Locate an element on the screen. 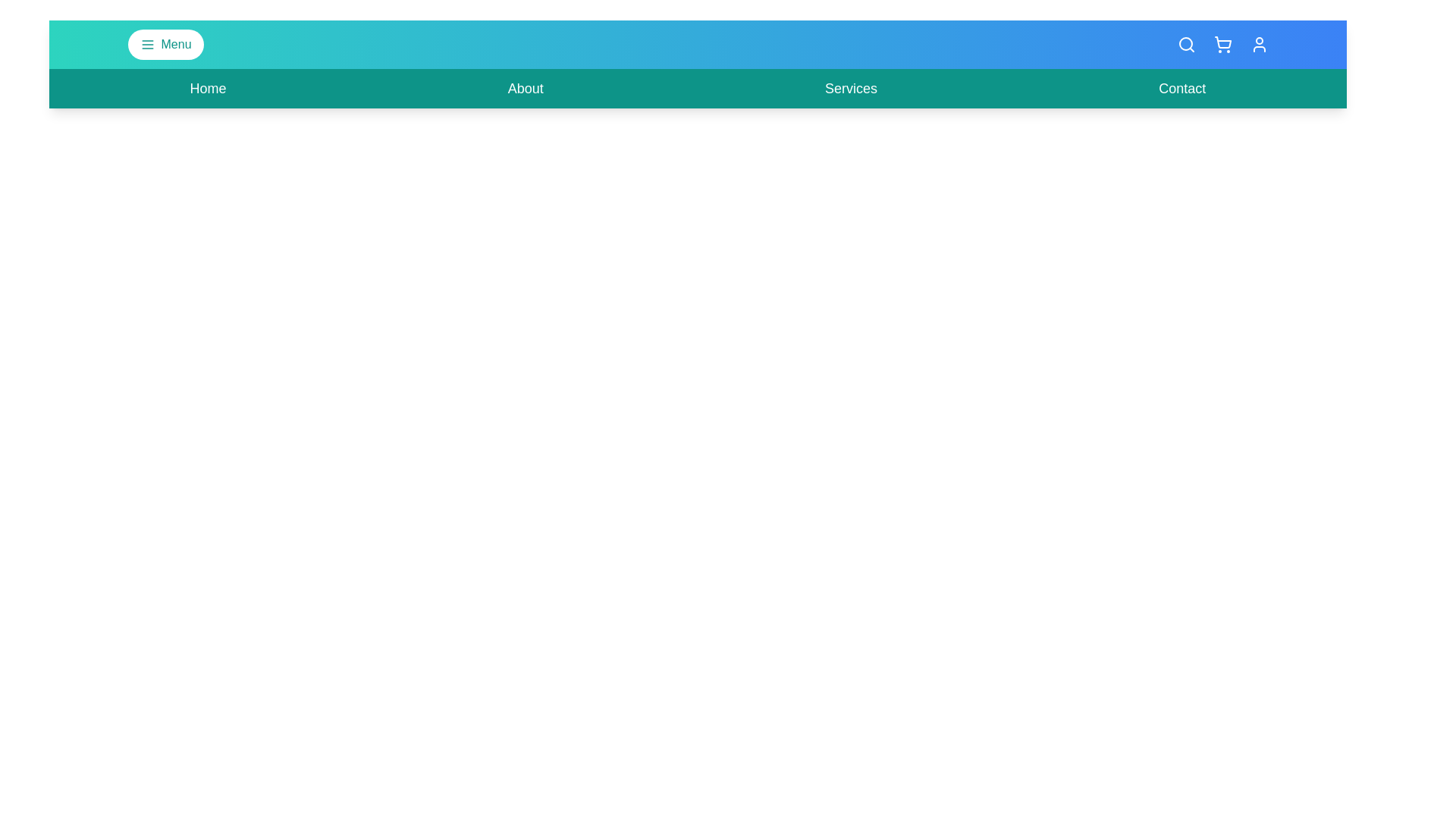  the 'Search' icon to activate the search functionality is located at coordinates (1185, 43).